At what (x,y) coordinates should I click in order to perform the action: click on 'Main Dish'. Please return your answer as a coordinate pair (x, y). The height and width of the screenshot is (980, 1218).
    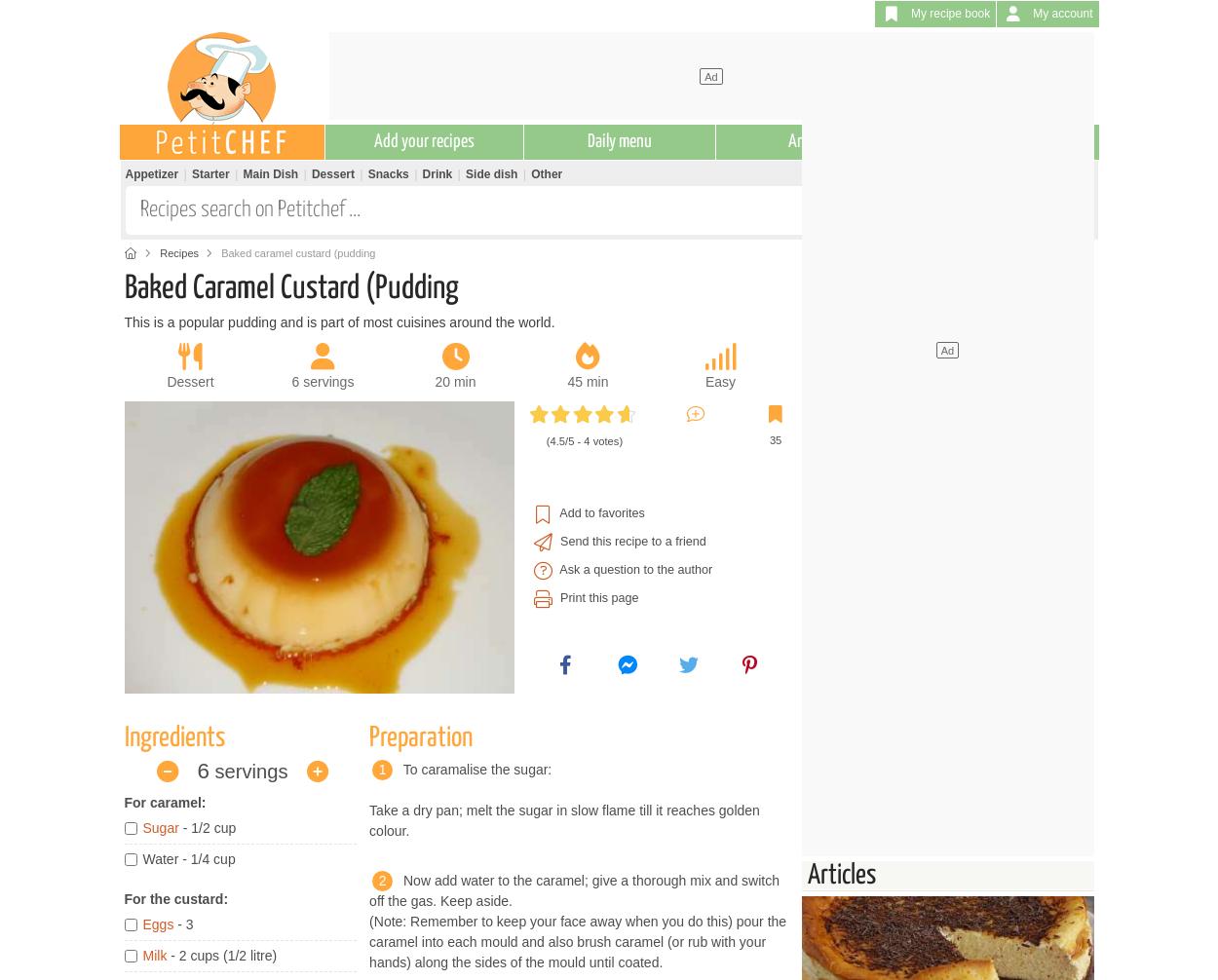
    Looking at the image, I should click on (270, 173).